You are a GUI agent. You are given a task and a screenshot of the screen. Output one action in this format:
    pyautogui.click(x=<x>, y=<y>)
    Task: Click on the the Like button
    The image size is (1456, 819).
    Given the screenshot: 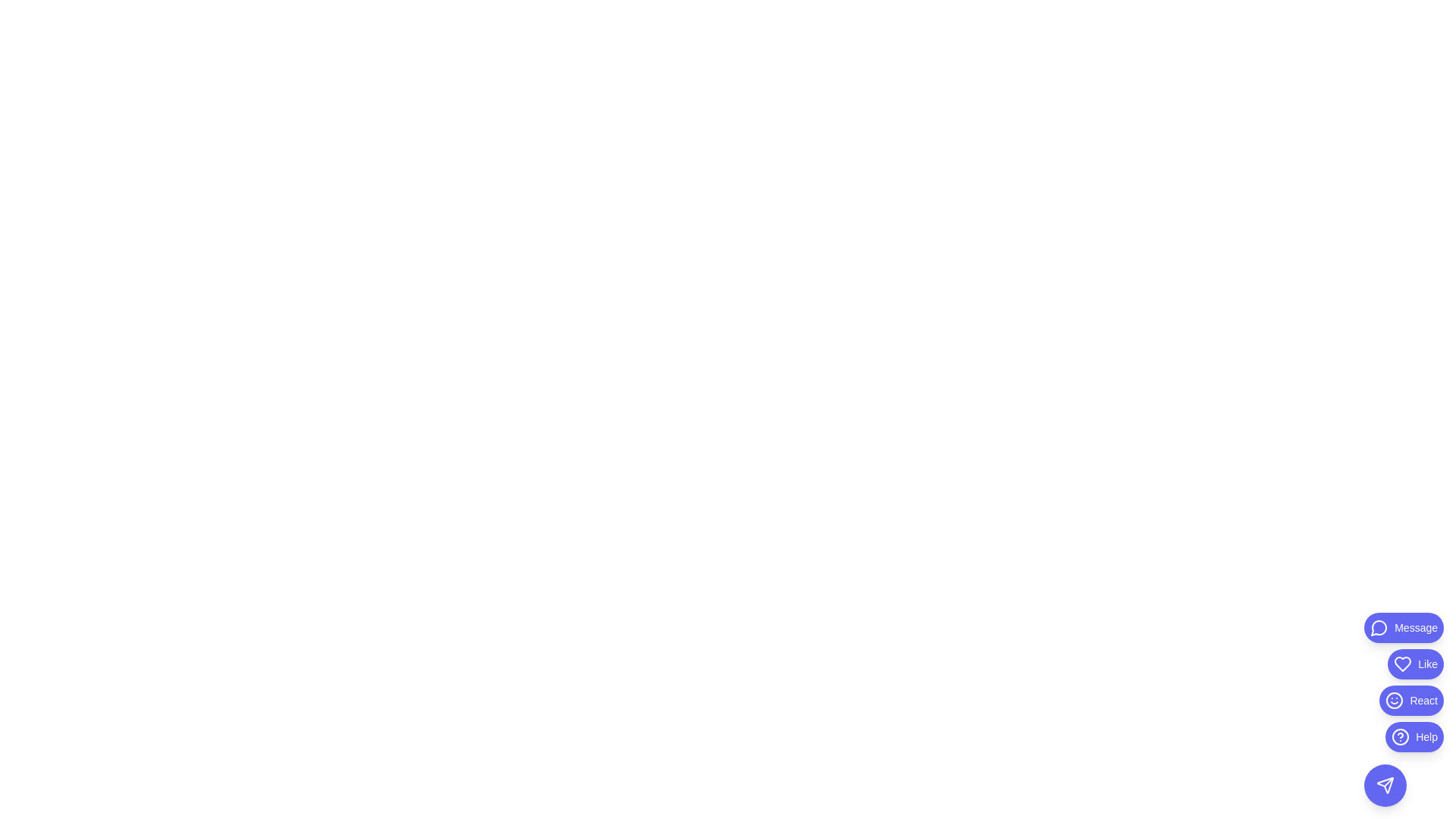 What is the action you would take?
    pyautogui.click(x=1415, y=663)
    